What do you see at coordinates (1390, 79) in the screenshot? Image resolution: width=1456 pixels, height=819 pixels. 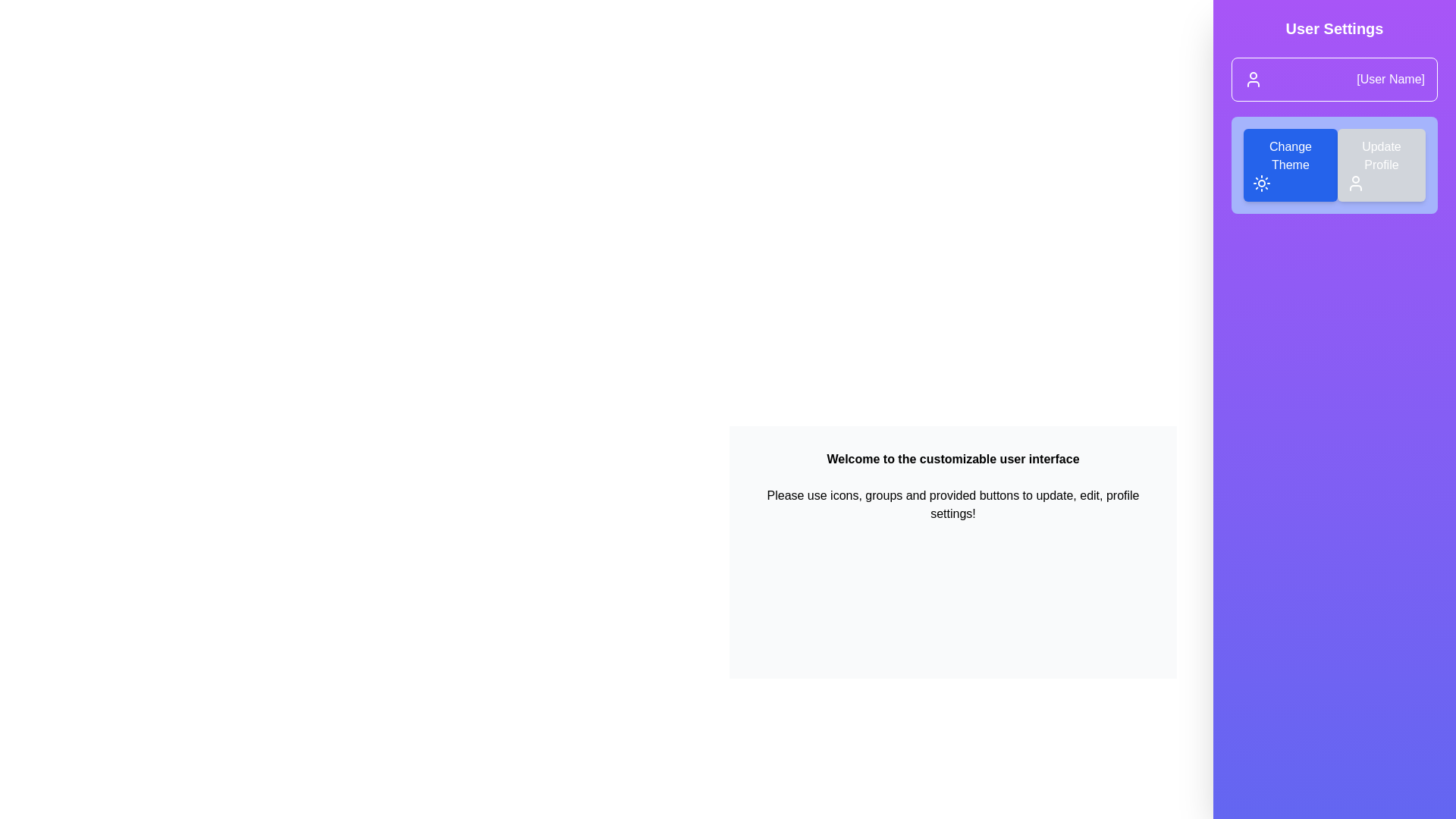 I see `the '[User Name]' label to interact with it` at bounding box center [1390, 79].